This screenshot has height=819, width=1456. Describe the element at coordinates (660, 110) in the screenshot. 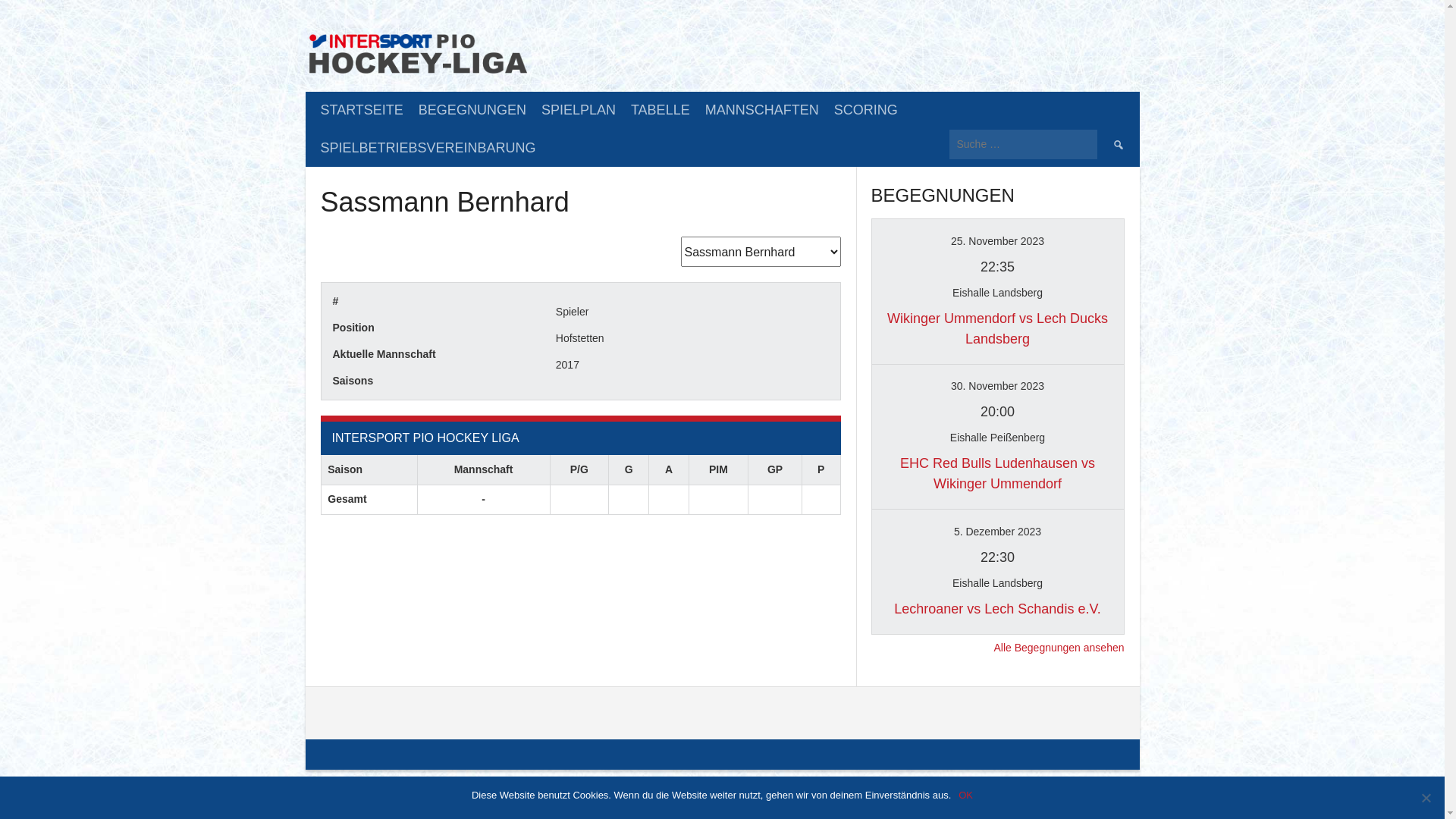

I see `'TABELLE'` at that location.